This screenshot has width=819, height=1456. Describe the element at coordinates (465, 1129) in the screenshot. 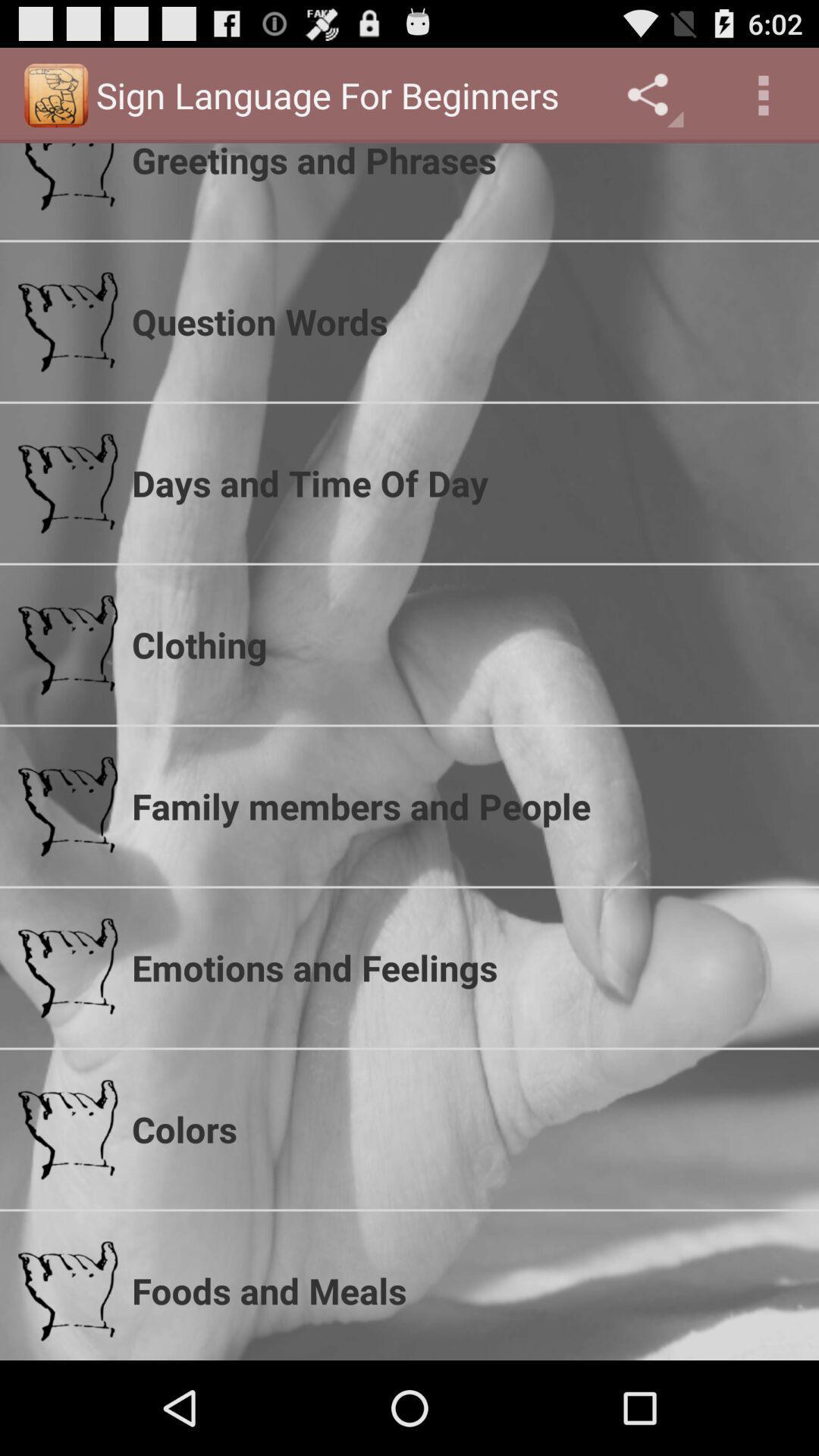

I see `the colors icon` at that location.